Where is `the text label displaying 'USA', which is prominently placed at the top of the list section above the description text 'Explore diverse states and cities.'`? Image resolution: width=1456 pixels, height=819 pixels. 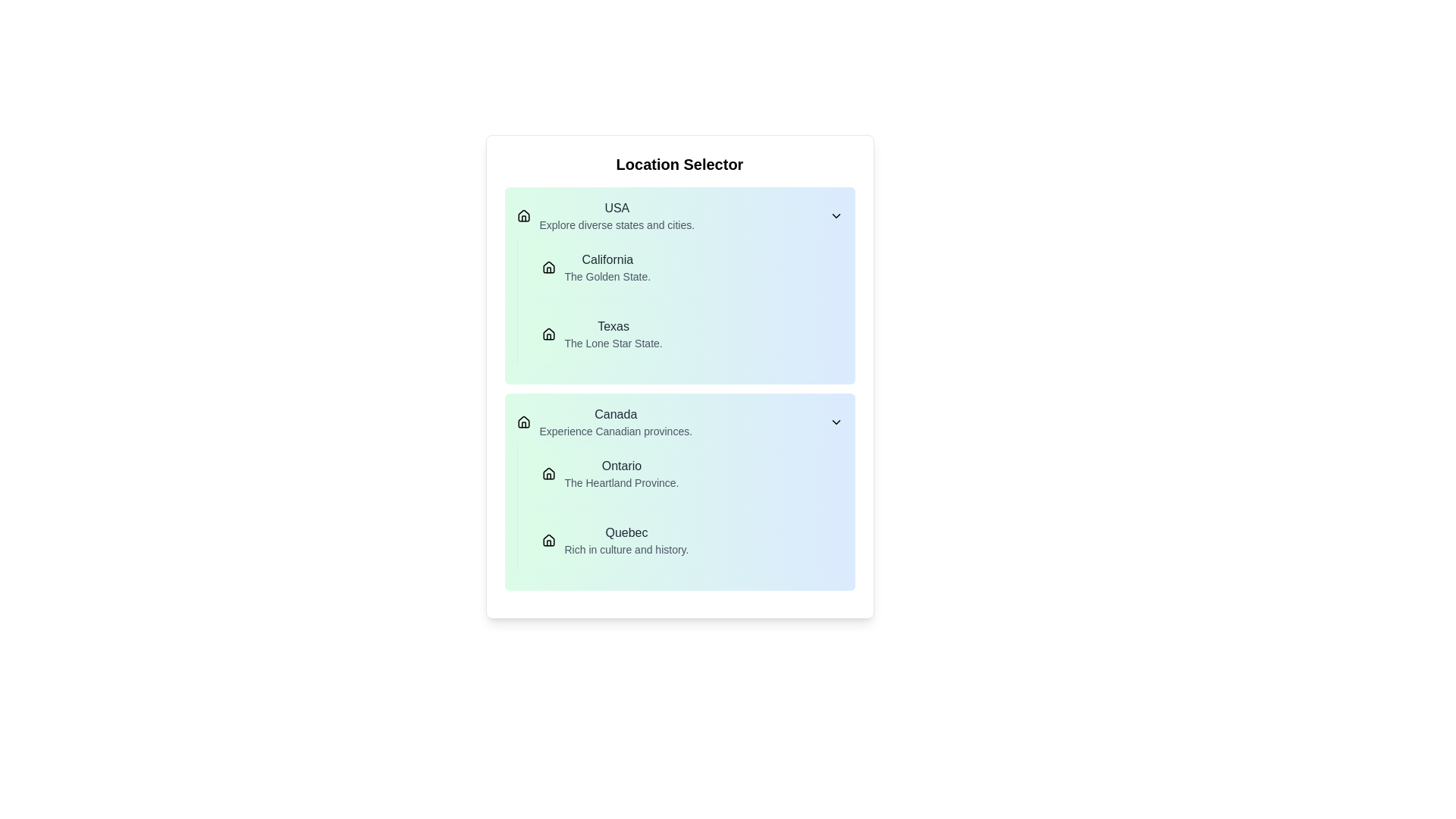 the text label displaying 'USA', which is prominently placed at the top of the list section above the description text 'Explore diverse states and cities.' is located at coordinates (617, 208).